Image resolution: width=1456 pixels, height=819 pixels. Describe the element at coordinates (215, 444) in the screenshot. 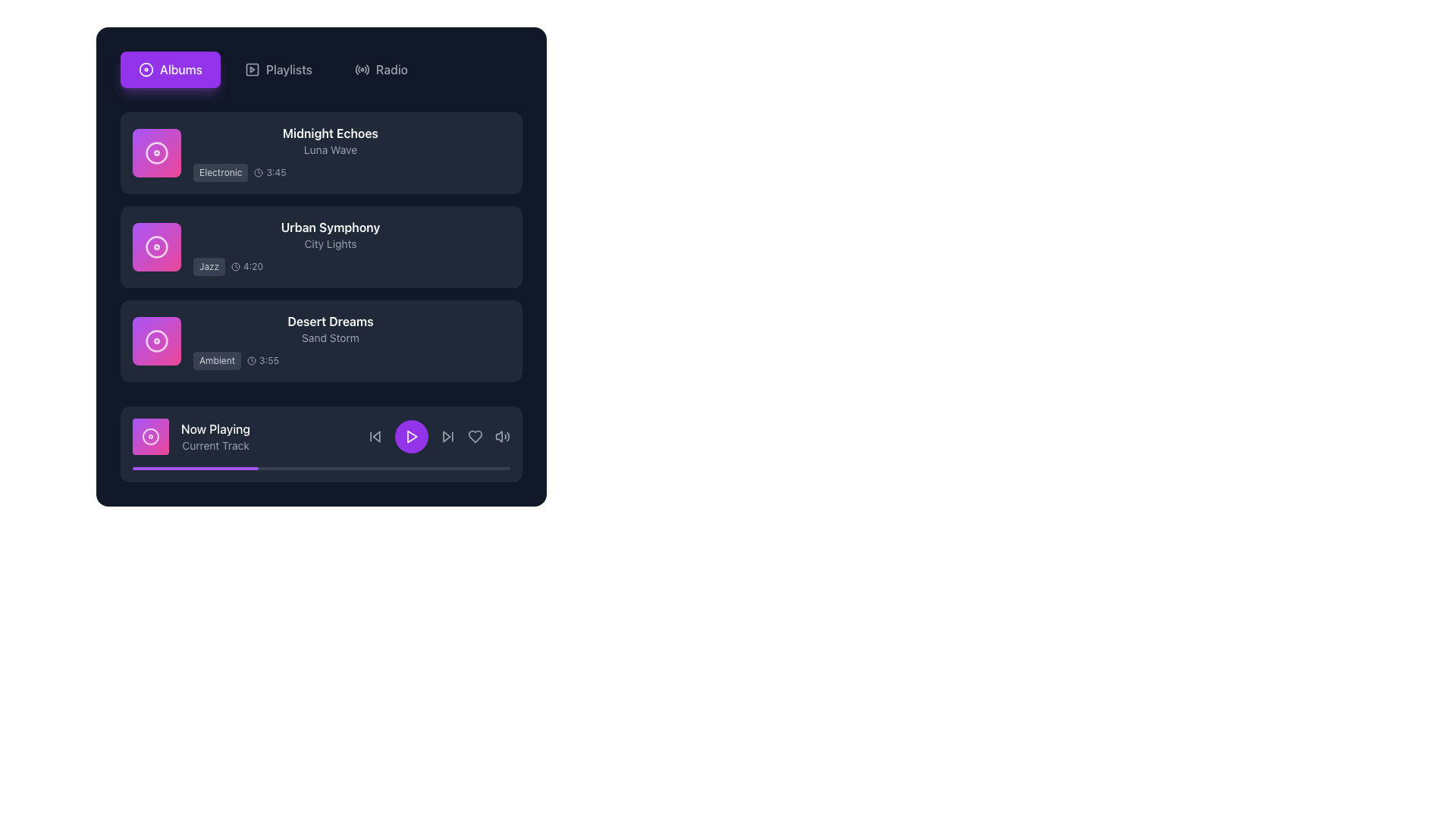

I see `the descriptive label indicating the current track being played, located directly beneath the 'Now Playing' text` at that location.